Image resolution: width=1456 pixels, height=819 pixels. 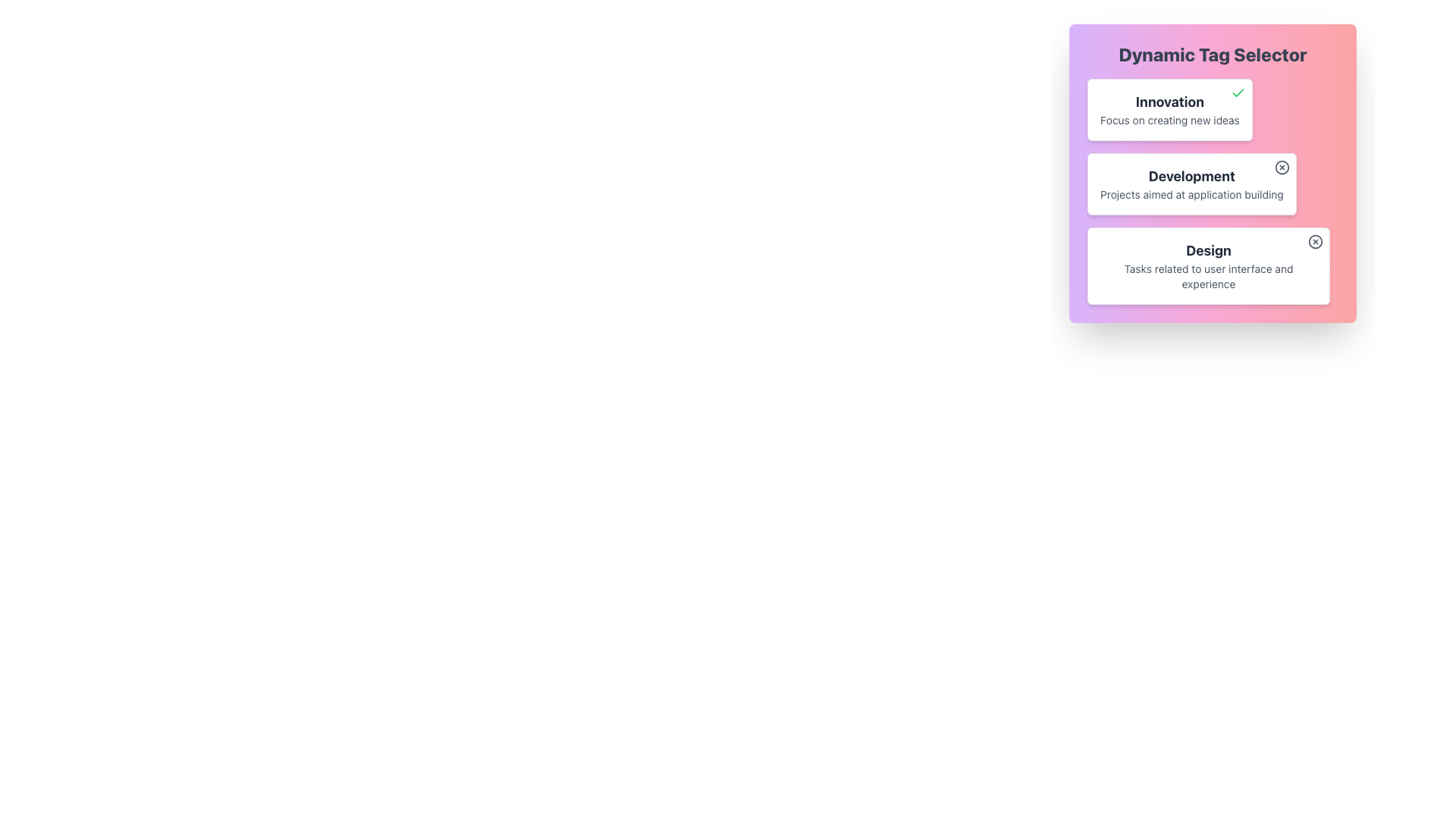 What do you see at coordinates (1238, 93) in the screenshot?
I see `the green checkmark icon located at the top right corner of the white card containing the text 'Innovation' and its description 'Focus on creating new ideas'` at bounding box center [1238, 93].